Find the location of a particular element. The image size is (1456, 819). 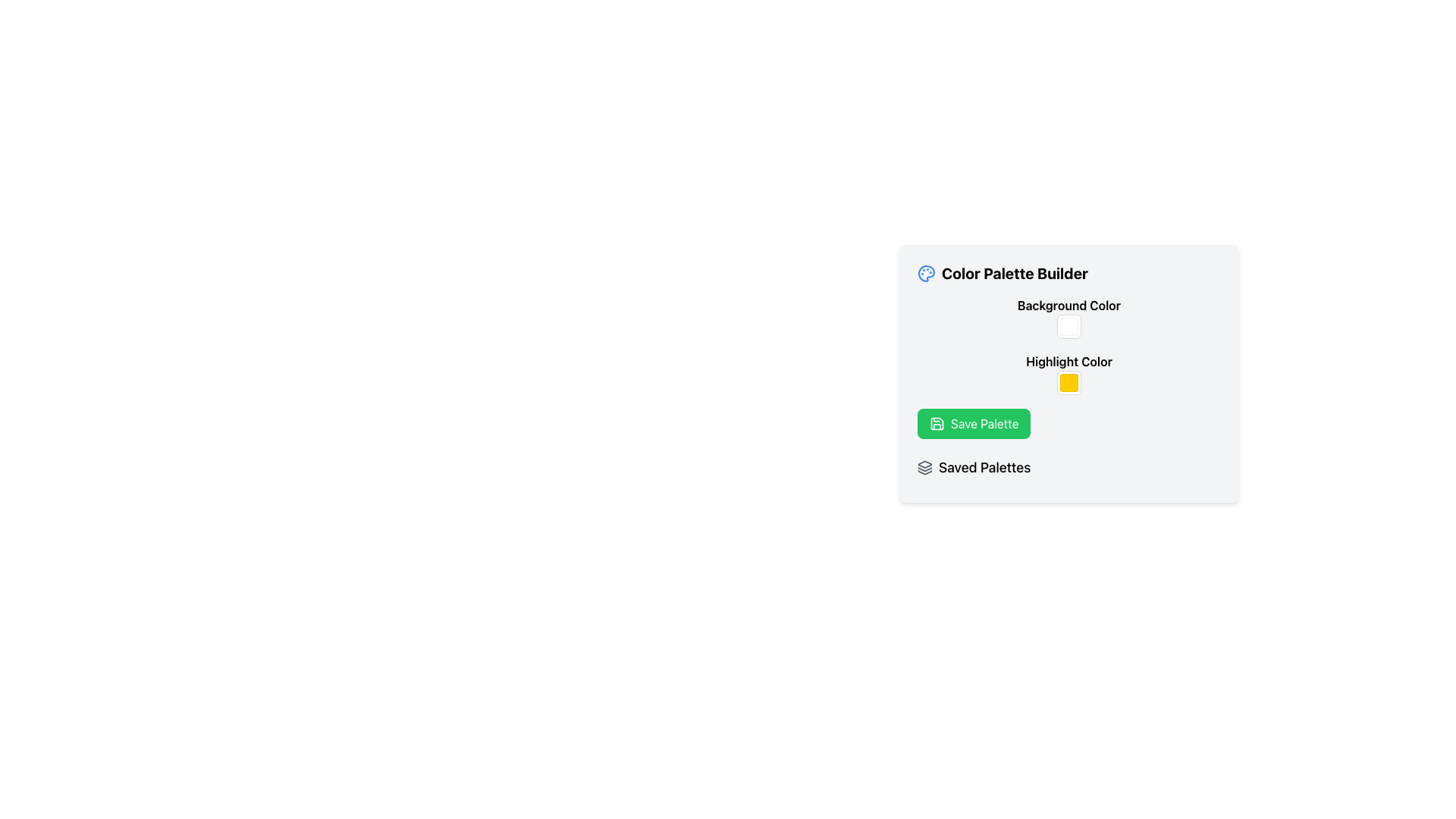

the color box labeled 'Background Color' is located at coordinates (1068, 318).